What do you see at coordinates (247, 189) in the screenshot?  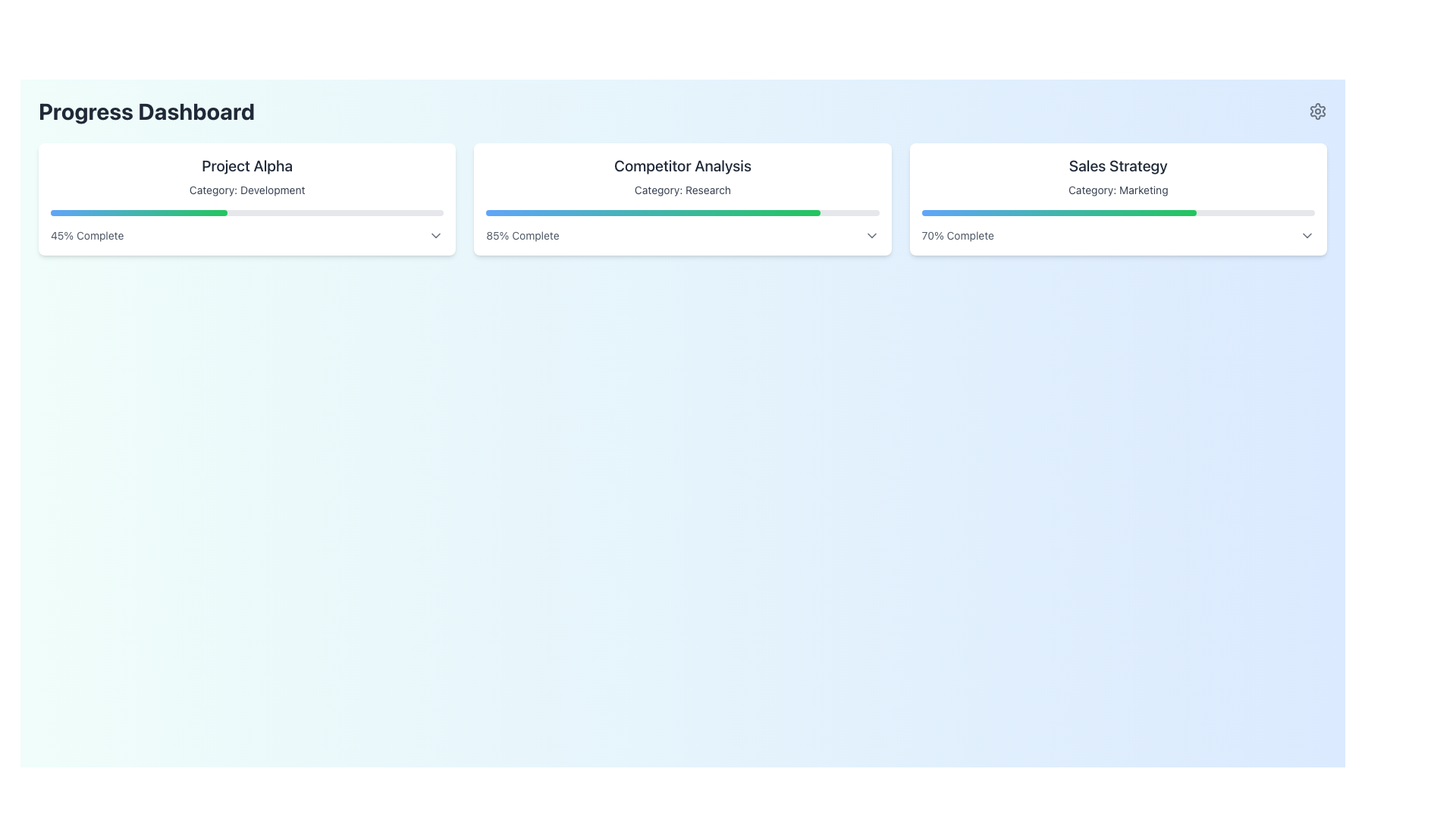 I see `the static text label that informs users about the 'Development' category, positioned beneath the header 'Project Alpha' and above a horizontal progress bar` at bounding box center [247, 189].